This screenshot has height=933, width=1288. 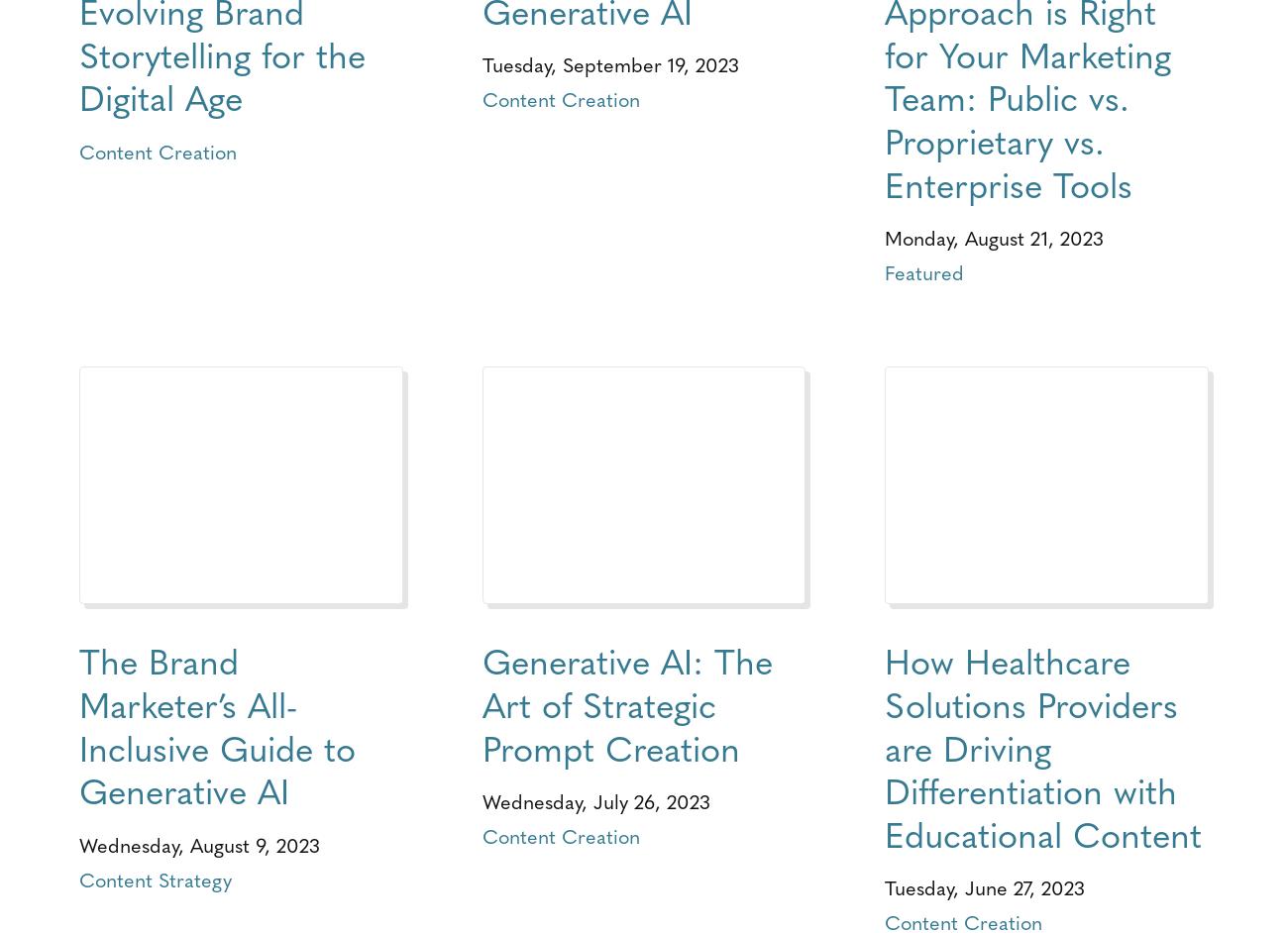 What do you see at coordinates (199, 843) in the screenshot?
I see `'Wednesday, August 9, 2023'` at bounding box center [199, 843].